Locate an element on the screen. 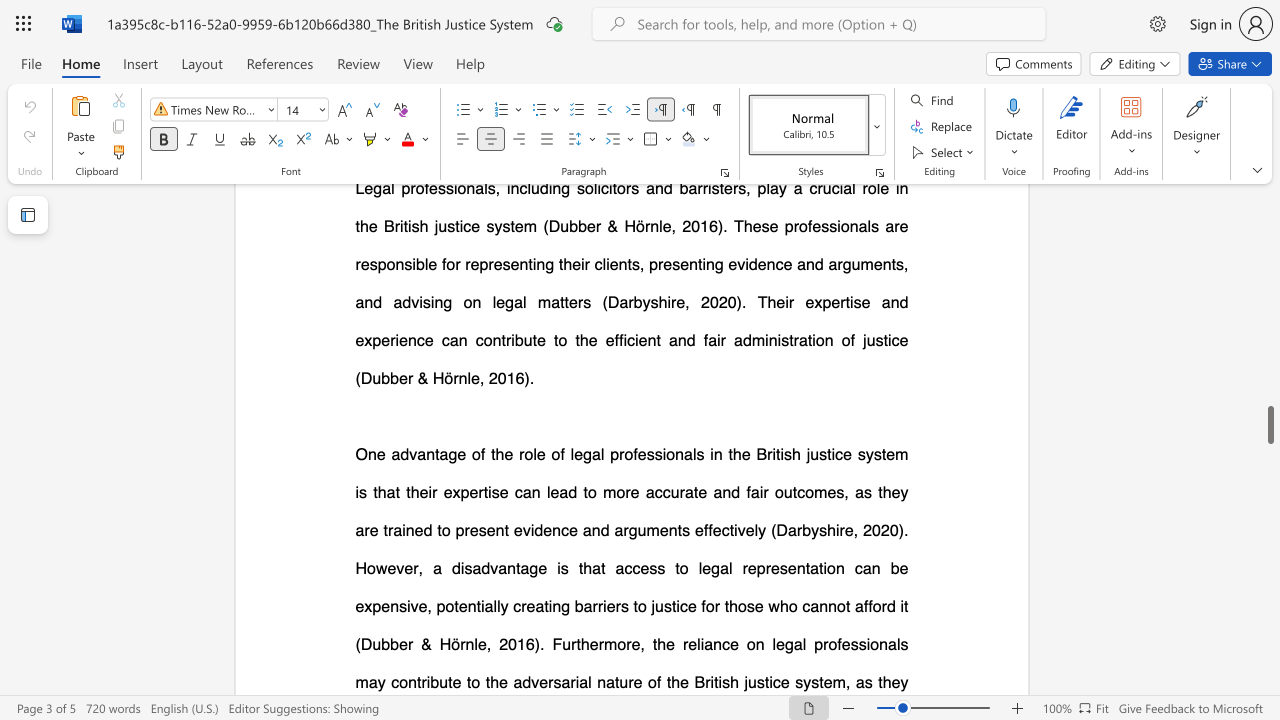  the scrollbar to move the page up is located at coordinates (1269, 360).